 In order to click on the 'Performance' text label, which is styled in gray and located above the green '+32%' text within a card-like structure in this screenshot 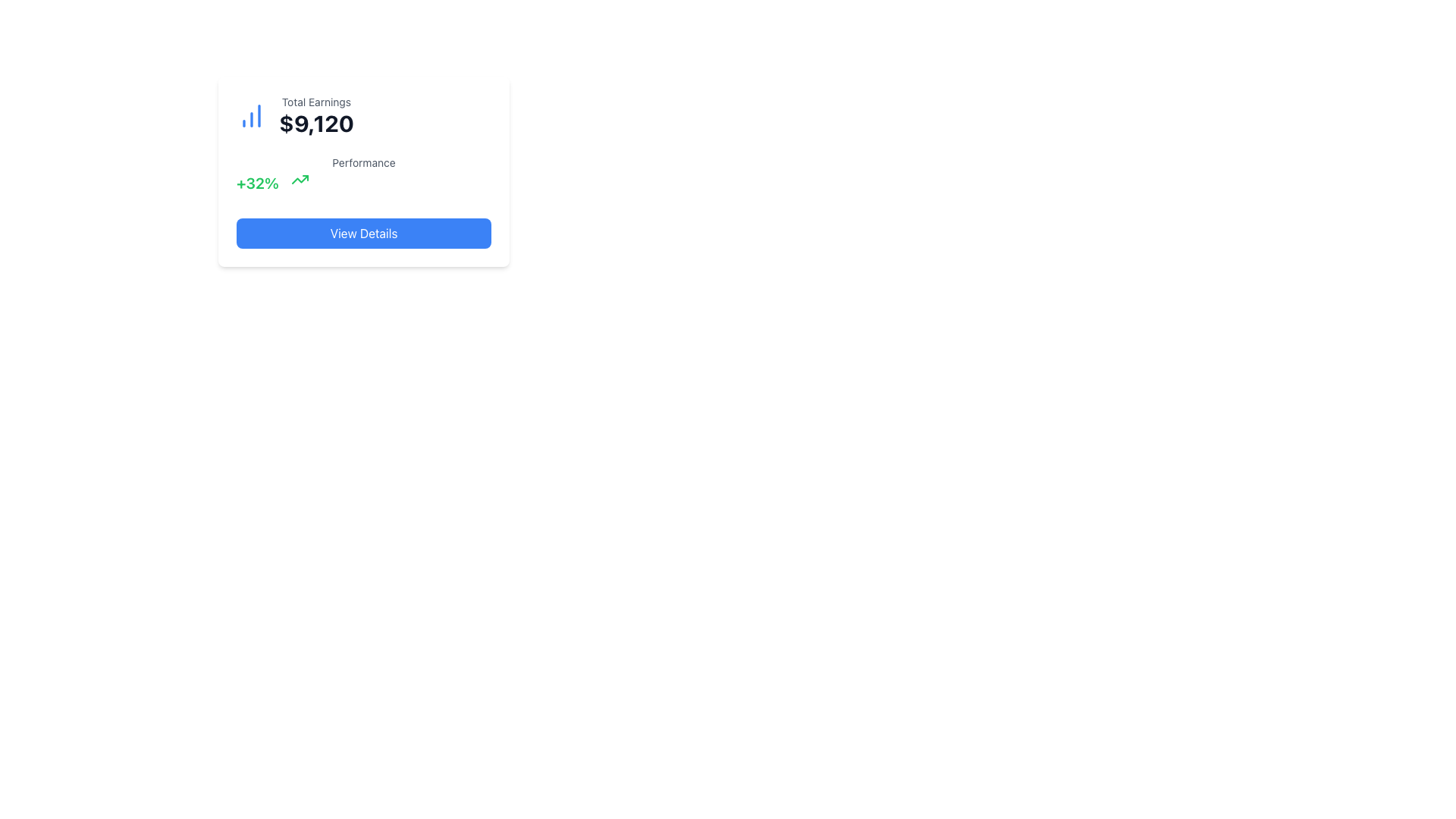, I will do `click(364, 163)`.